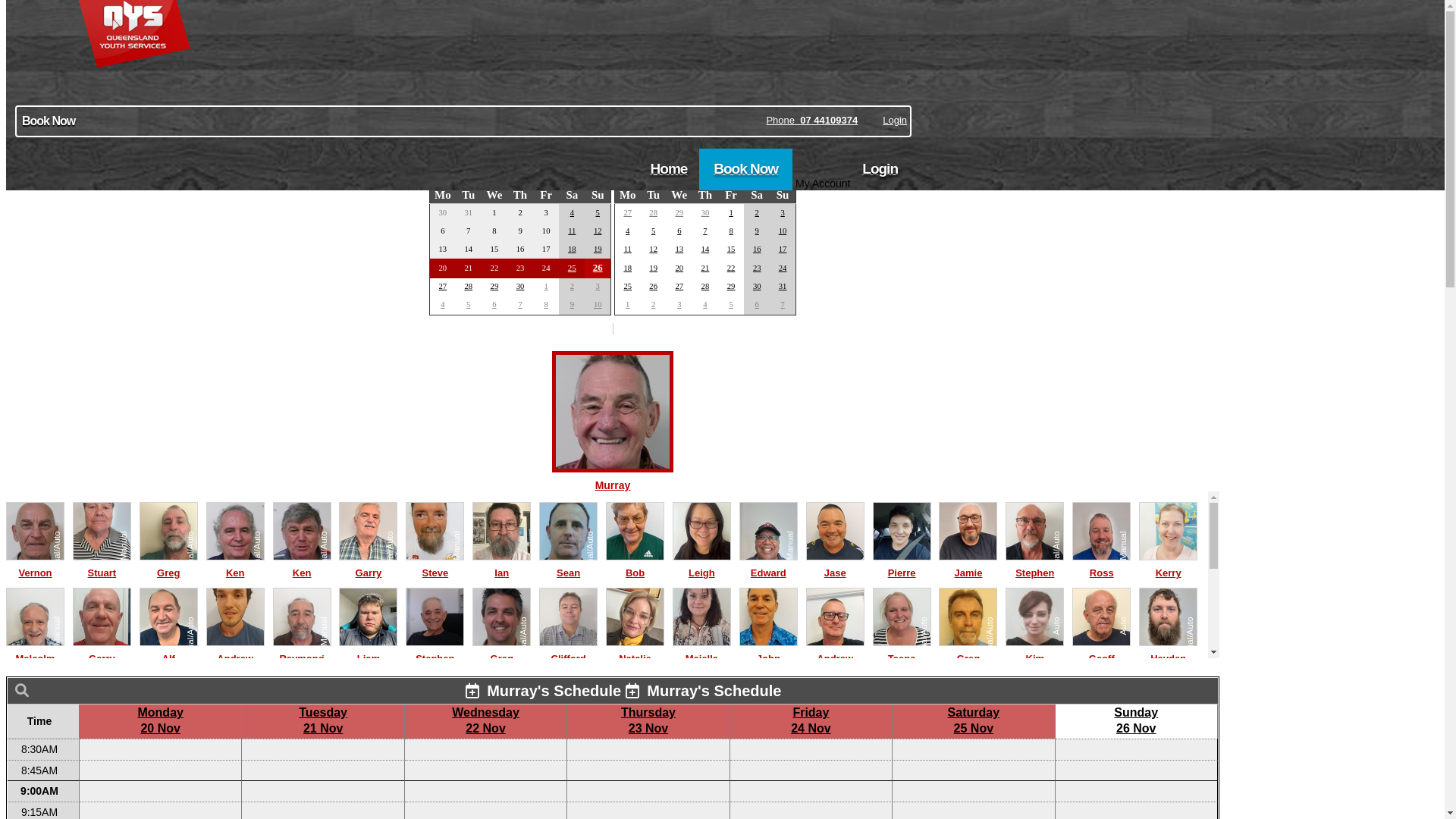 The height and width of the screenshot is (819, 1456). What do you see at coordinates (571, 248) in the screenshot?
I see `'18'` at bounding box center [571, 248].